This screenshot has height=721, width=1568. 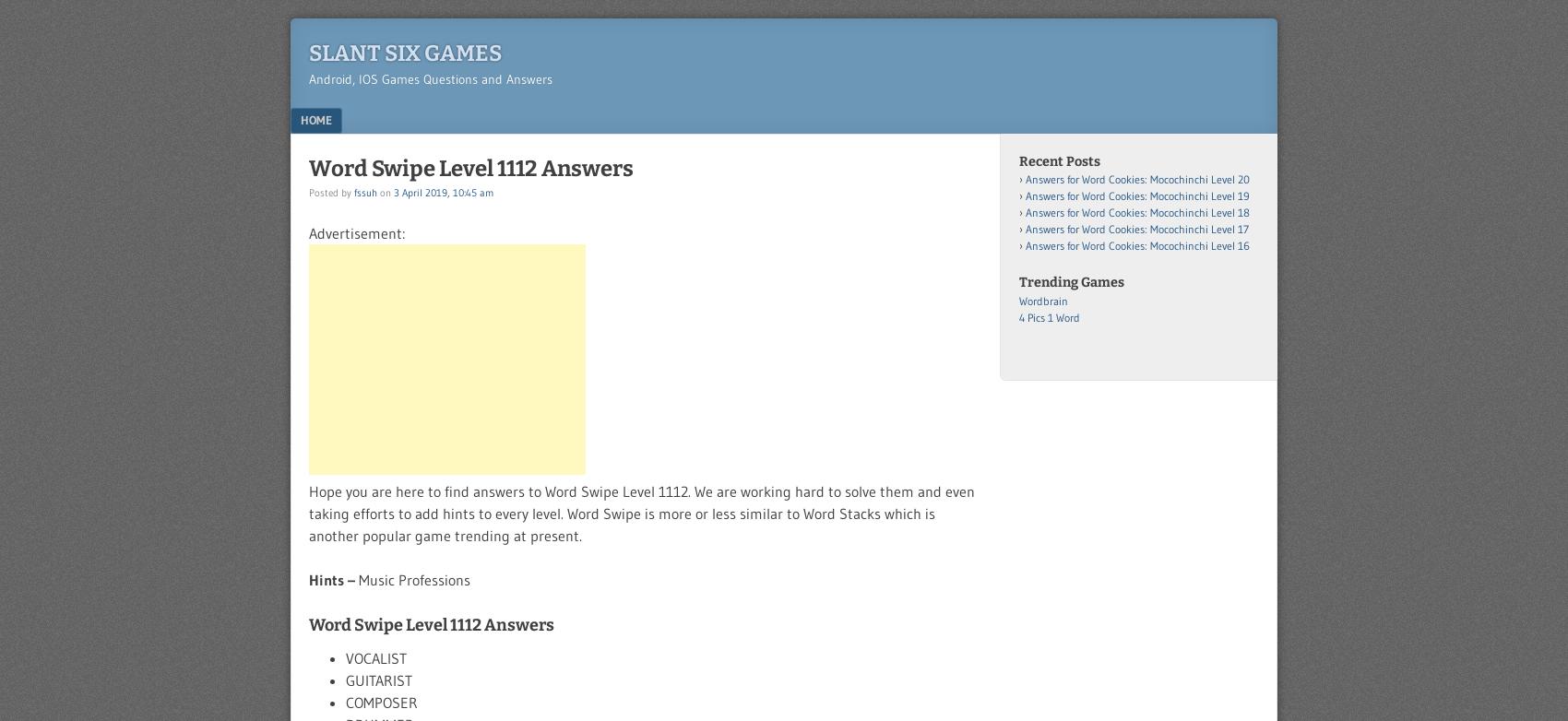 I want to click on 'Posted by', so click(x=308, y=191).